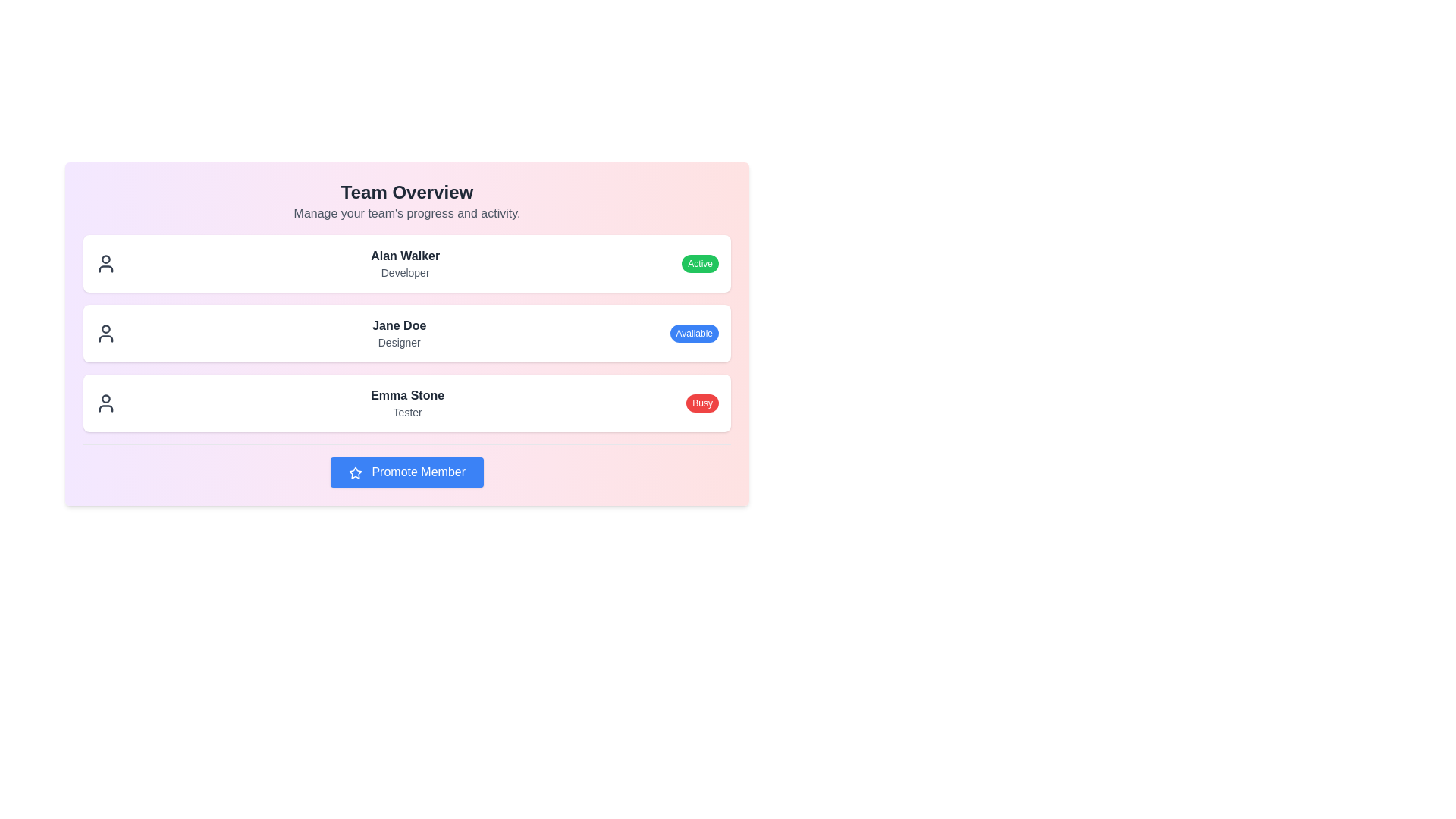  What do you see at coordinates (399, 342) in the screenshot?
I see `the text label 'Designer' which is styled in a small gray font located directly beneath 'Jane Doe' in the middle panel of the team members list` at bounding box center [399, 342].